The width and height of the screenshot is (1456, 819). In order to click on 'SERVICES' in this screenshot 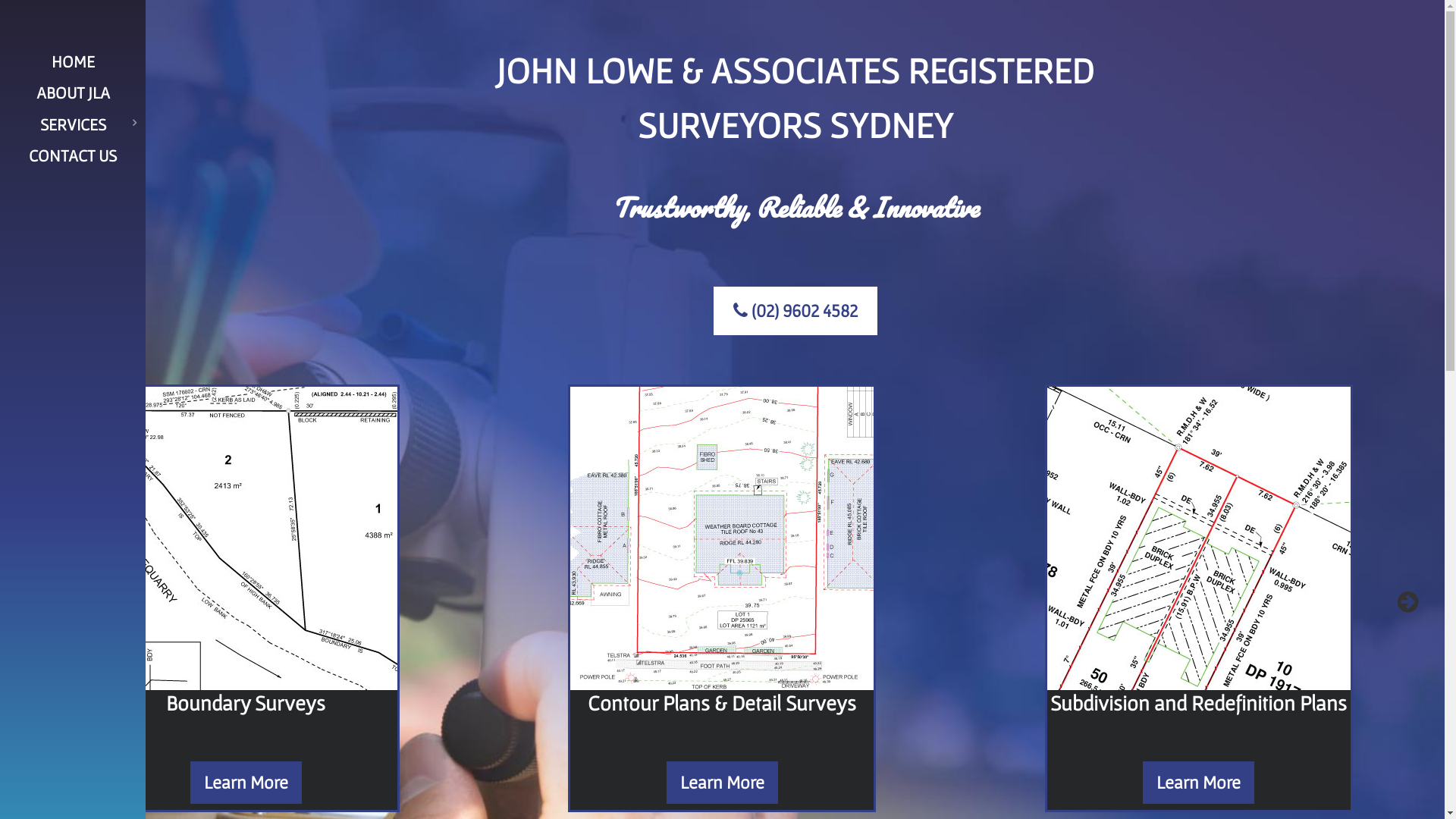, I will do `click(72, 124)`.